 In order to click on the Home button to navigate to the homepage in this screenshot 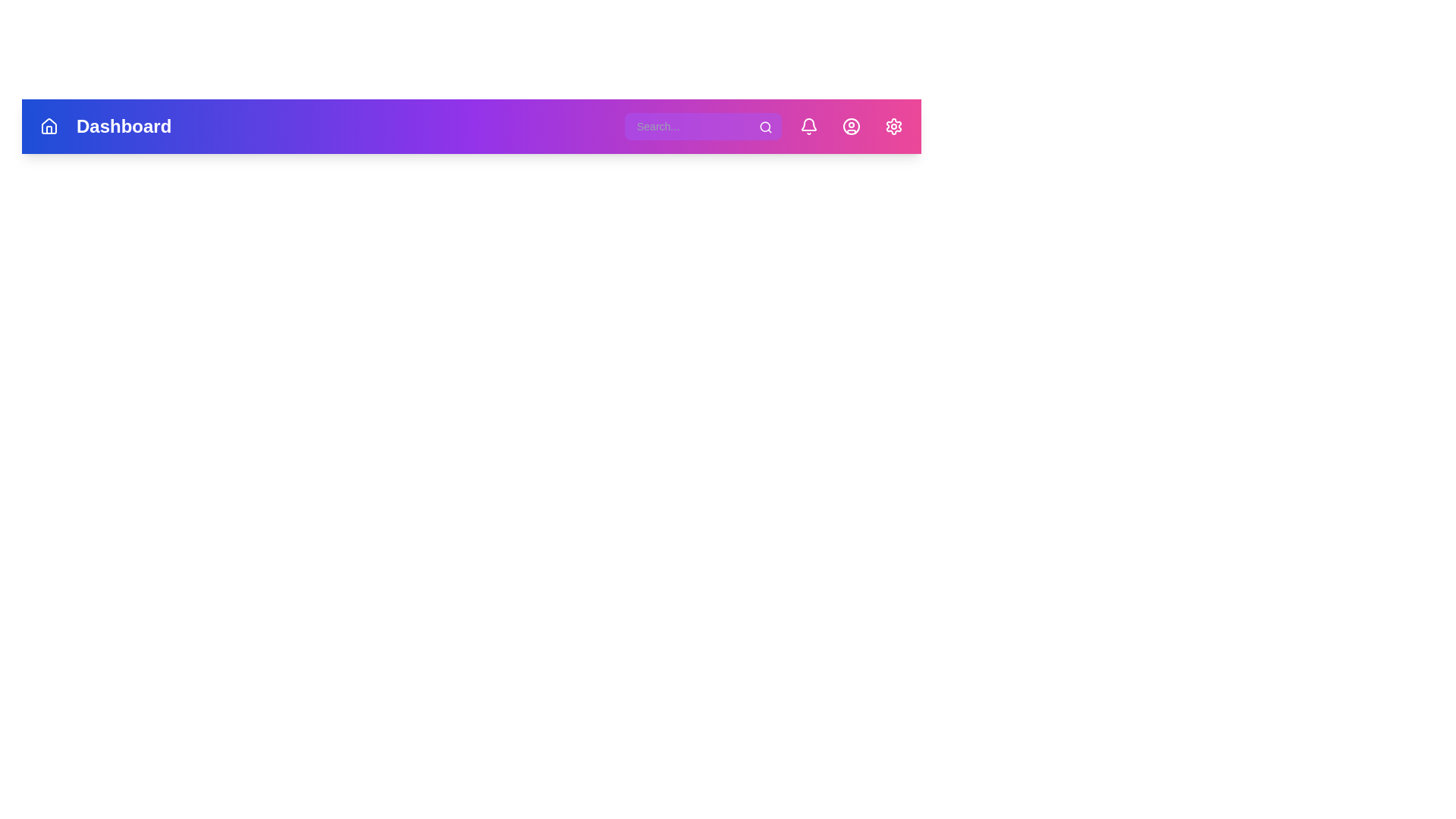, I will do `click(49, 125)`.